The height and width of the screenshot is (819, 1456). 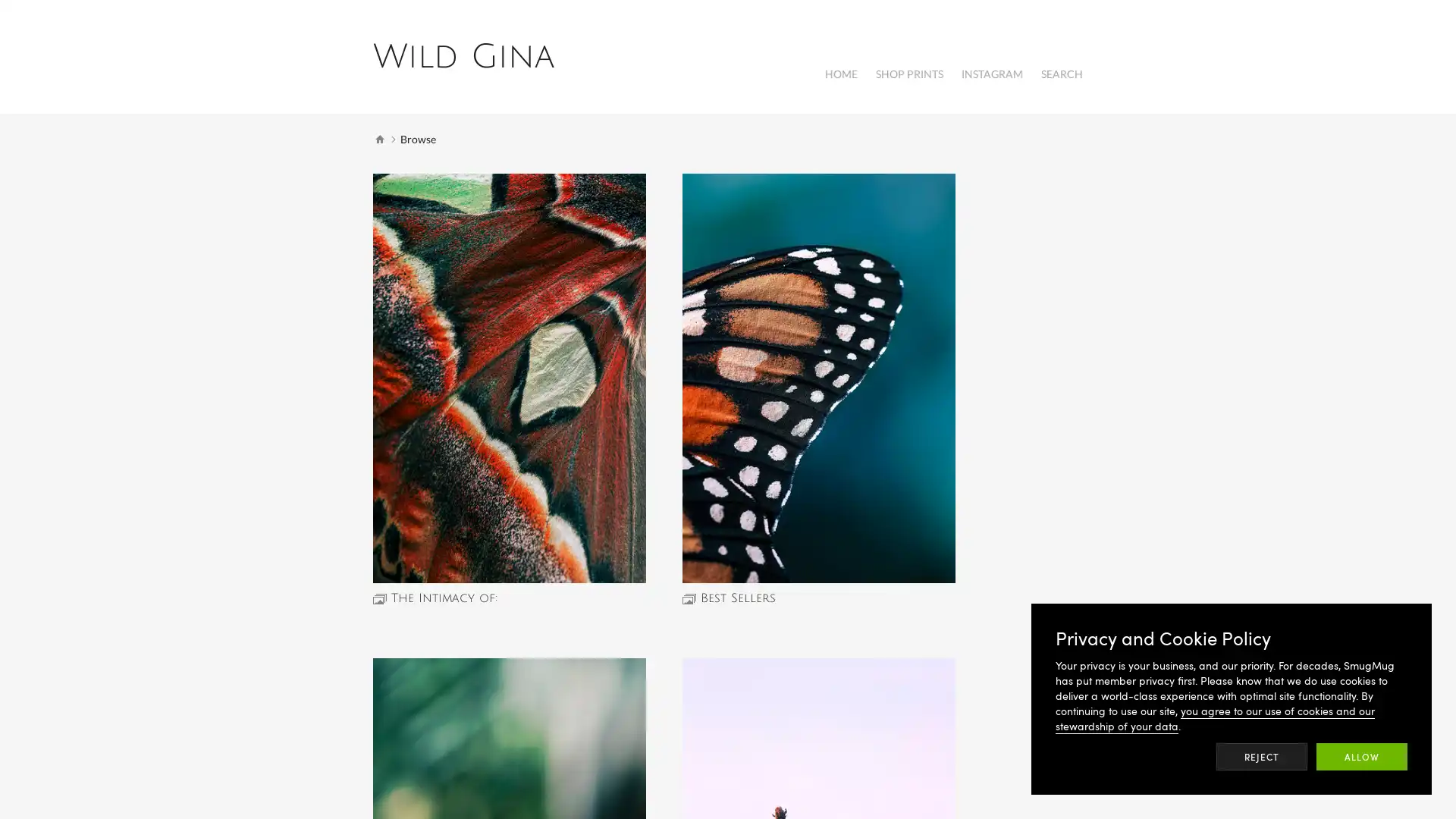 I want to click on ALLOW, so click(x=1361, y=757).